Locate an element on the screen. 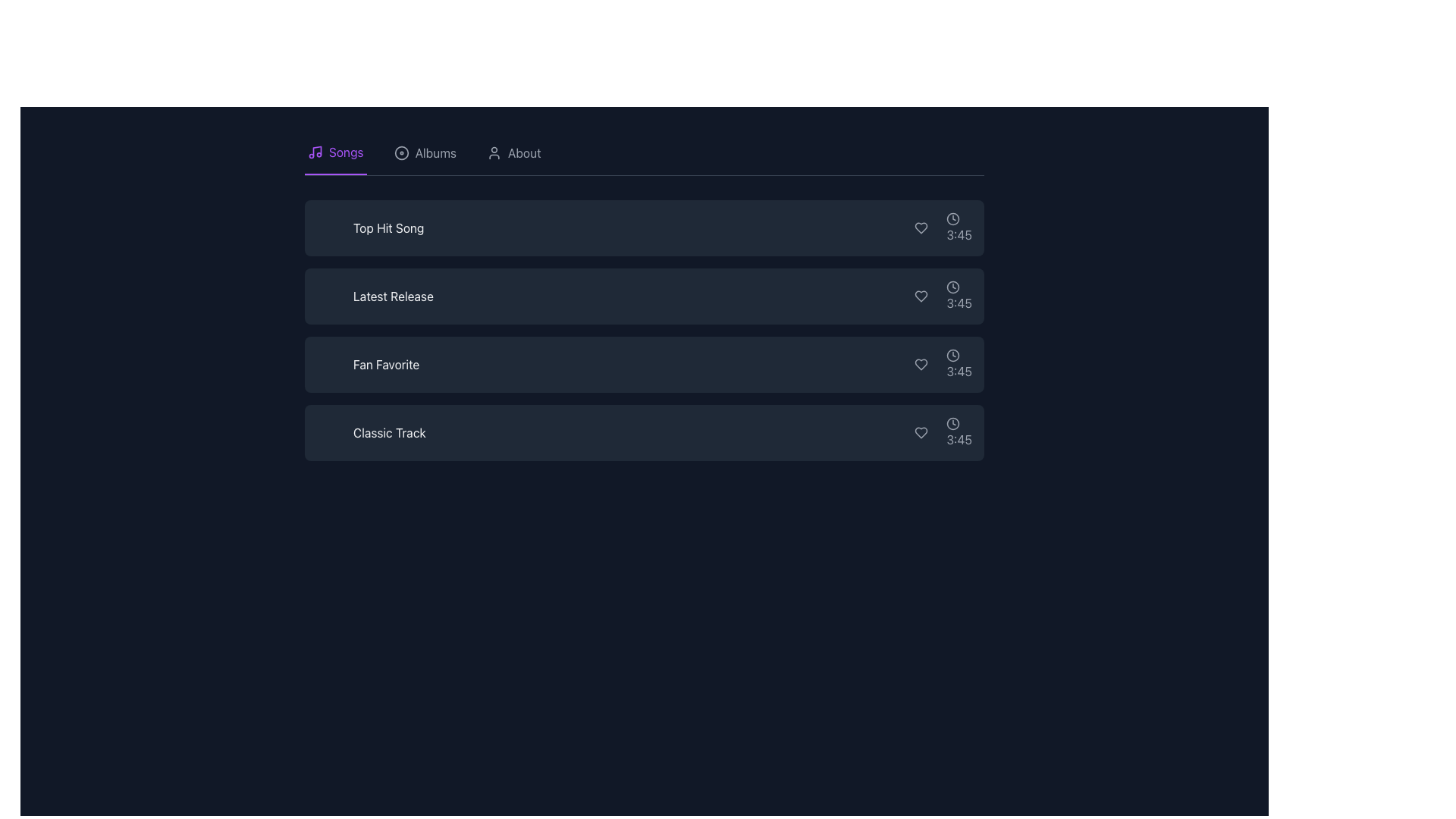  the small circular clock icon with a minimalistic thin line design, which is part of the fourth list item in the vertical list of songs, located to the left of the time value '3:45' is located at coordinates (952, 287).